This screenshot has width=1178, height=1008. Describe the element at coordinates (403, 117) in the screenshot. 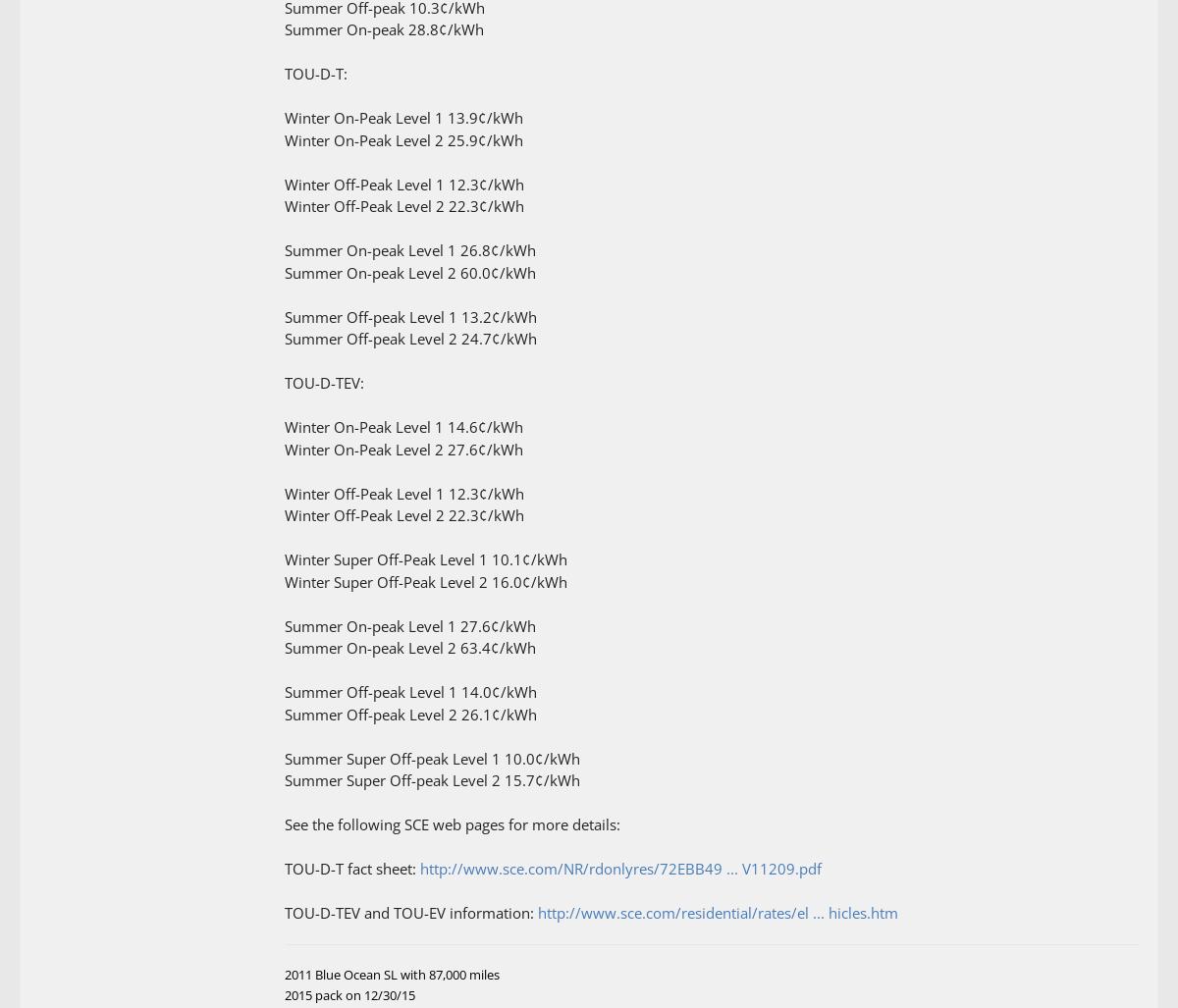

I see `'Winter On-Peak Level 1 13.9¢/kWh'` at that location.